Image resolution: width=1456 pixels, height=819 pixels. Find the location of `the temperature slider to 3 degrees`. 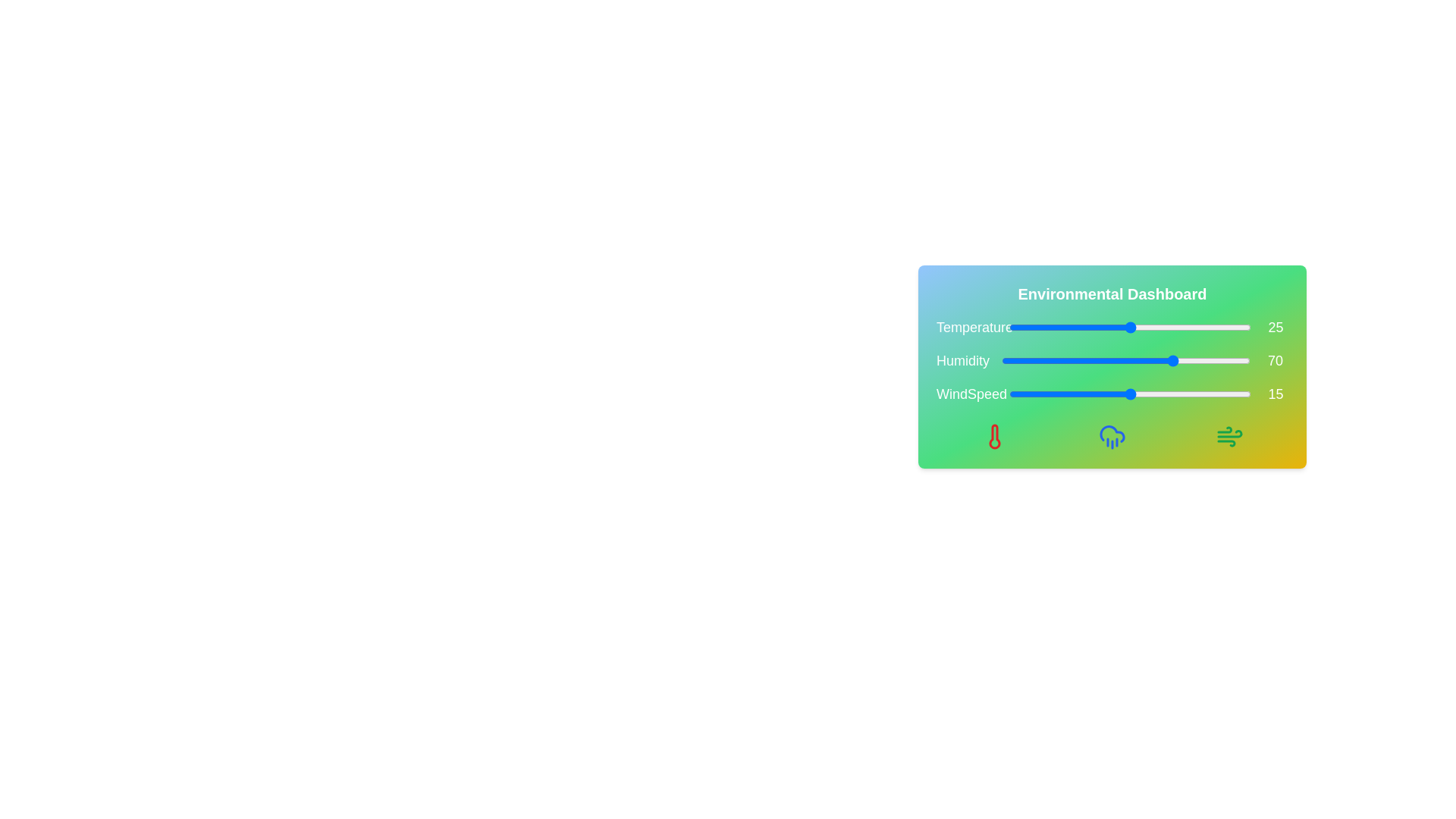

the temperature slider to 3 degrees is located at coordinates (1024, 327).